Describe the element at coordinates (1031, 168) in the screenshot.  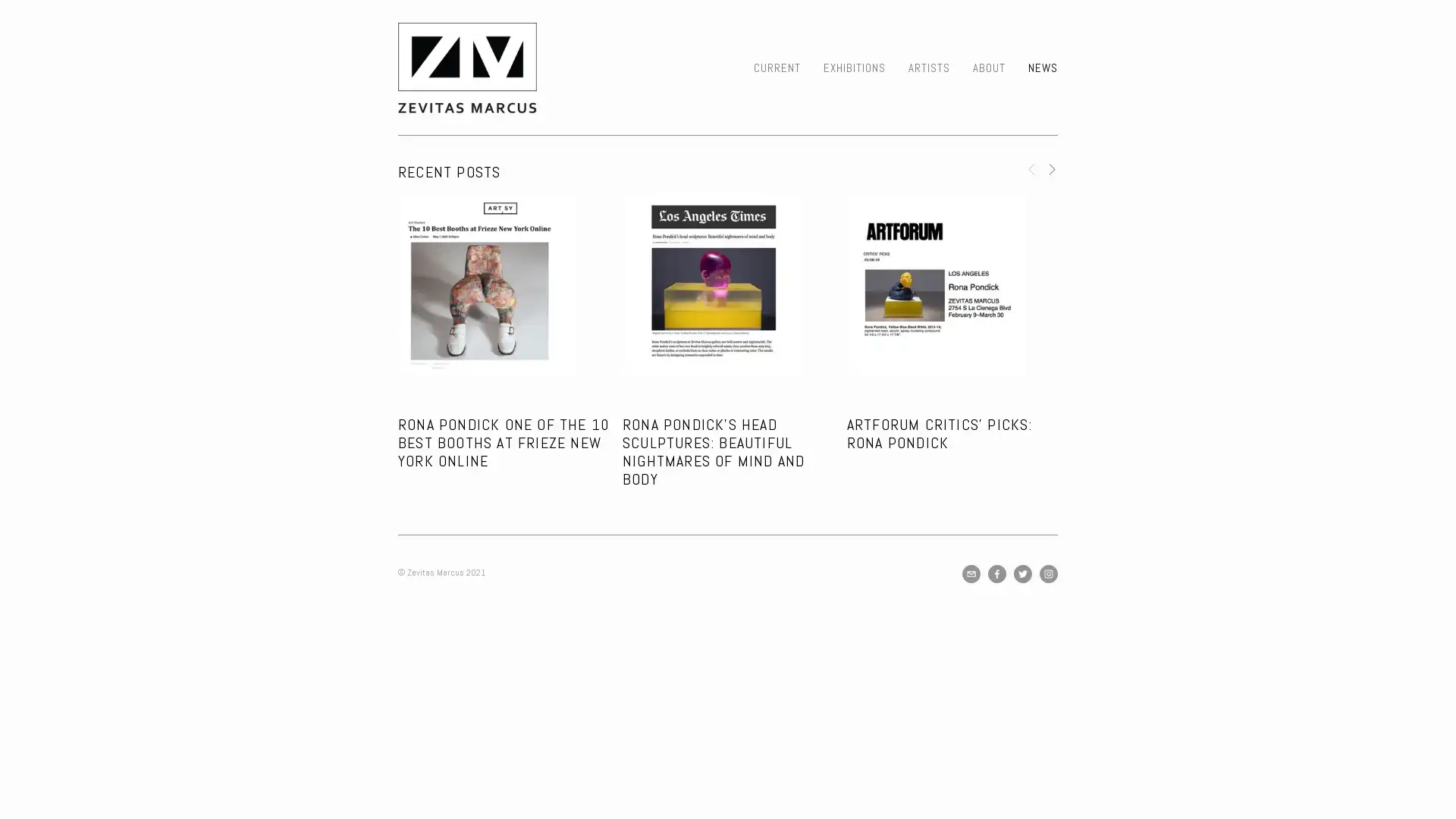
I see `Previous` at that location.